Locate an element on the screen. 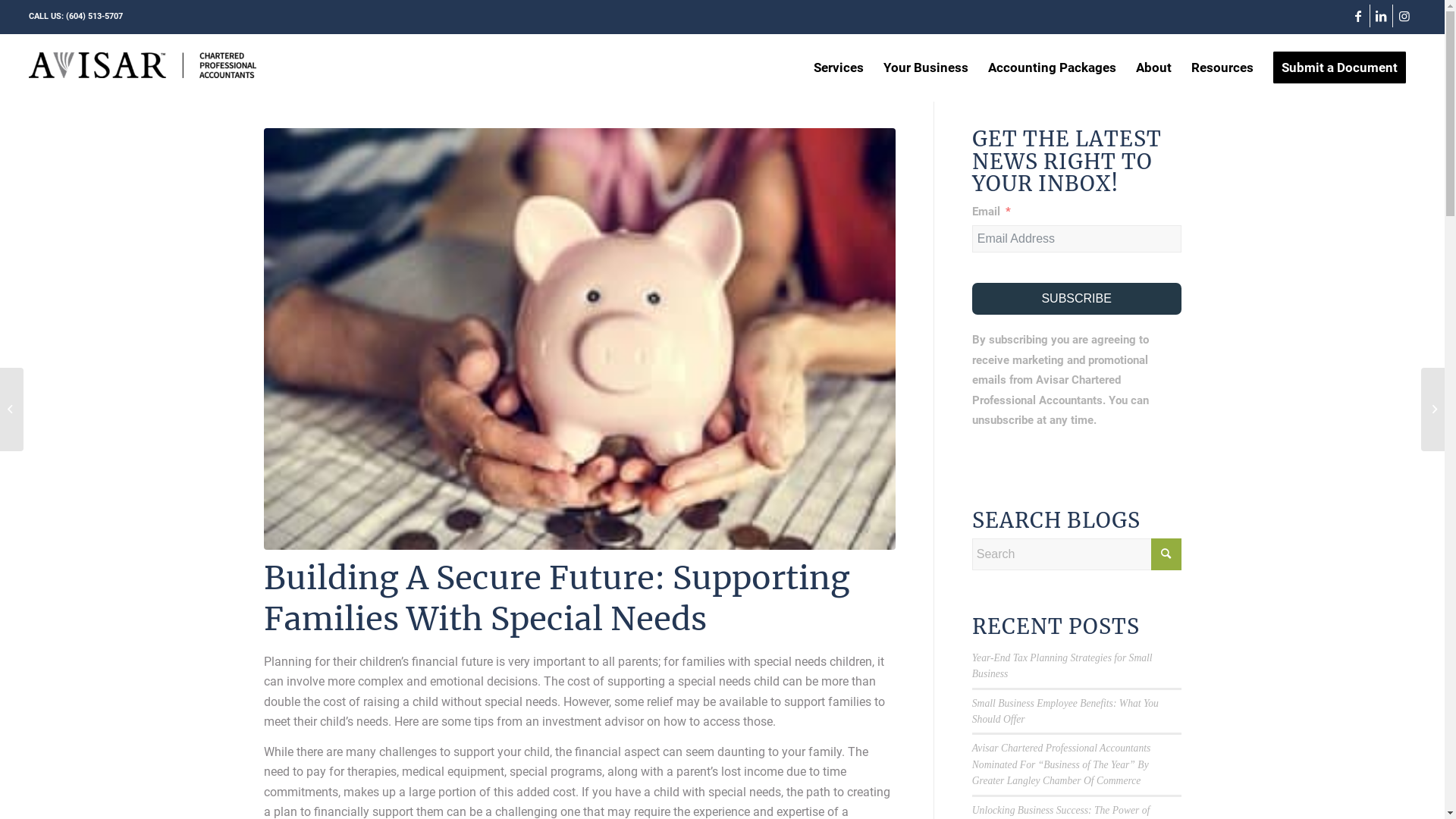 The height and width of the screenshot is (819, 1456). 'SUBSCRIBE' is located at coordinates (1076, 298).